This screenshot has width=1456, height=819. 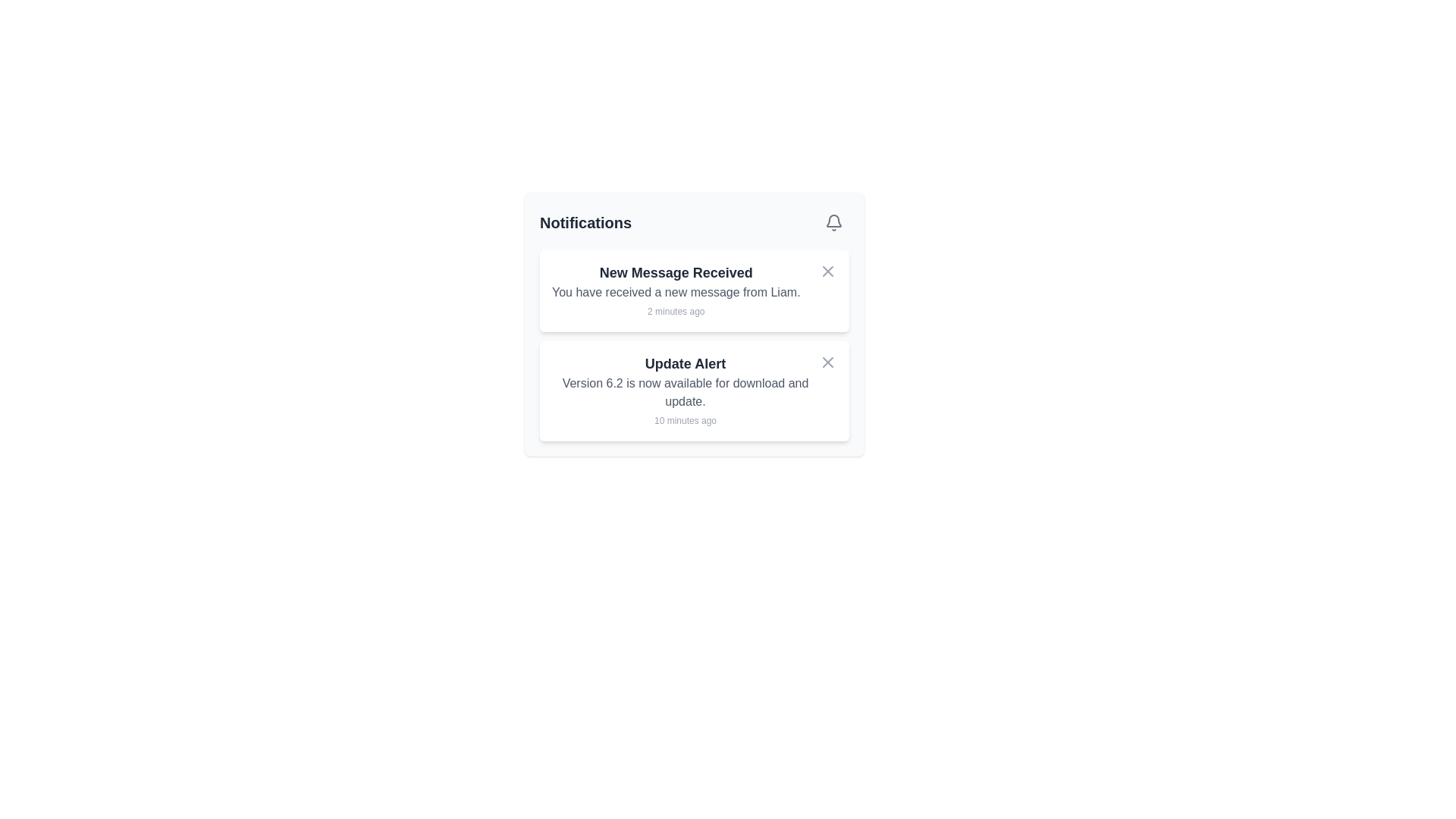 What do you see at coordinates (675, 292) in the screenshot?
I see `notification text that states 'You have received a new message from Liam.' which is styled in light gray and located beneath the title 'New Message Received'` at bounding box center [675, 292].